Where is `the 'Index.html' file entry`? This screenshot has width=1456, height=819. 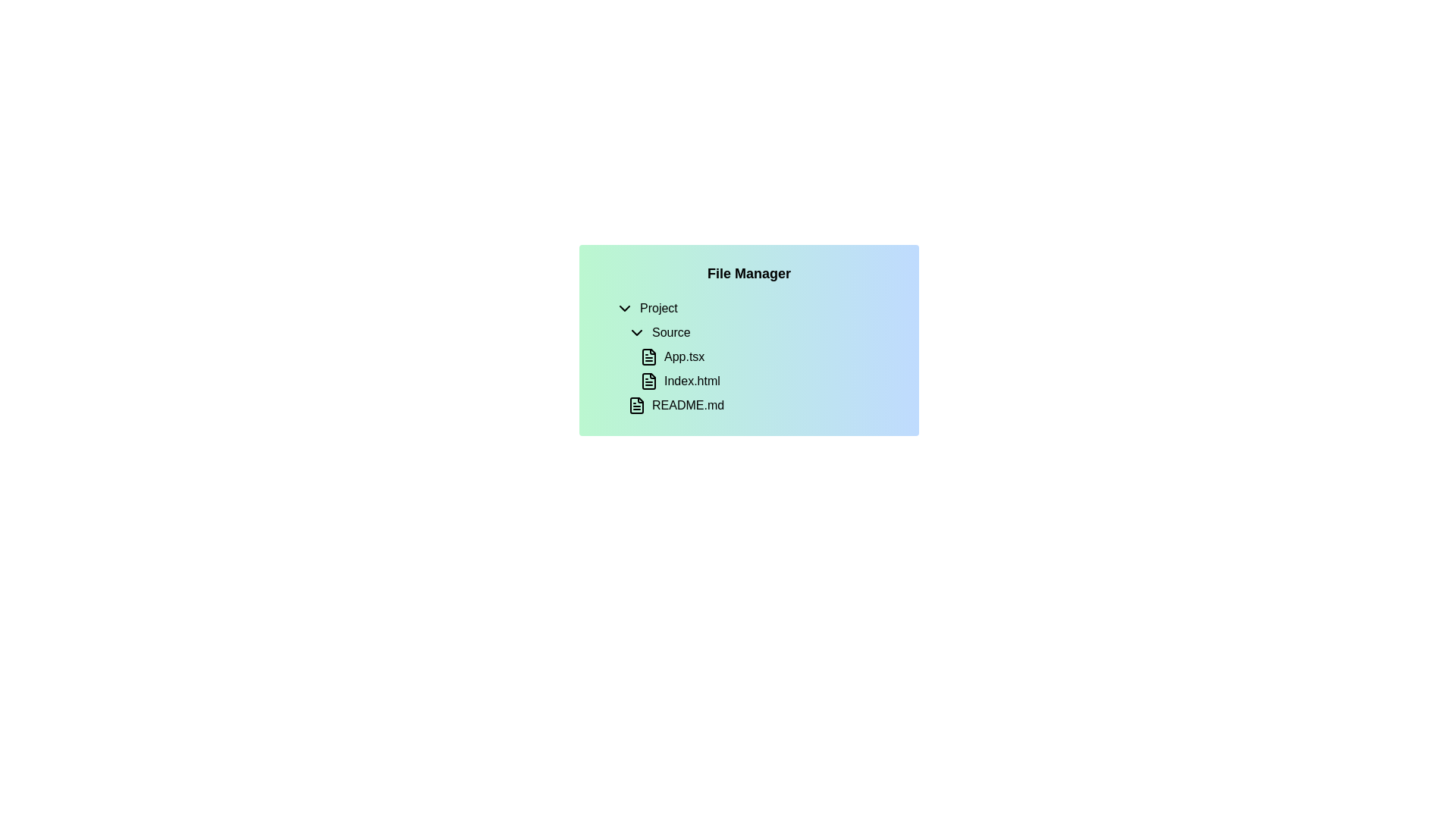
the 'Index.html' file entry is located at coordinates (761, 380).